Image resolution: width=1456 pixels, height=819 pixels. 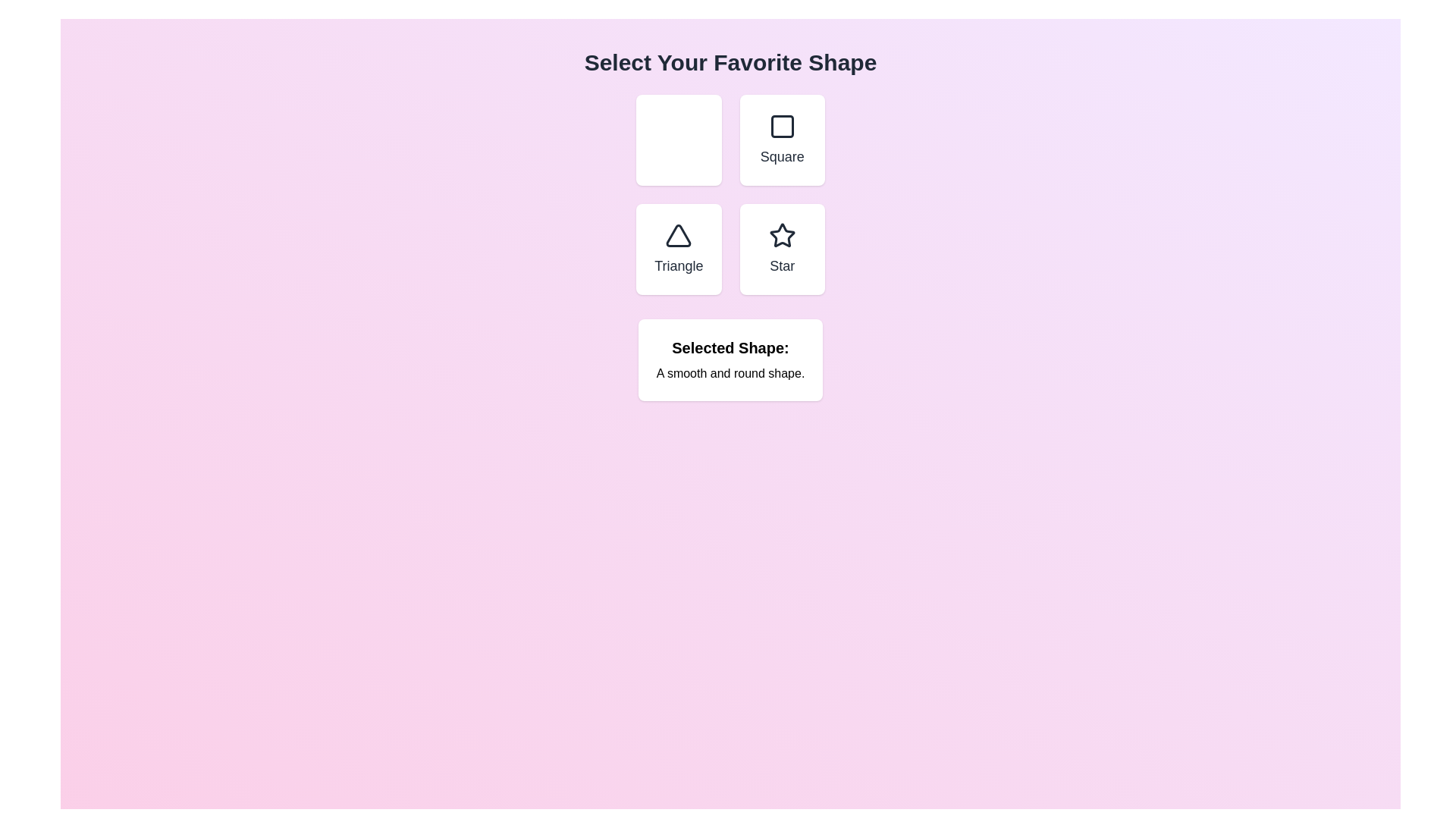 I want to click on the button labeled Triangle to observe its hover effect, so click(x=677, y=248).